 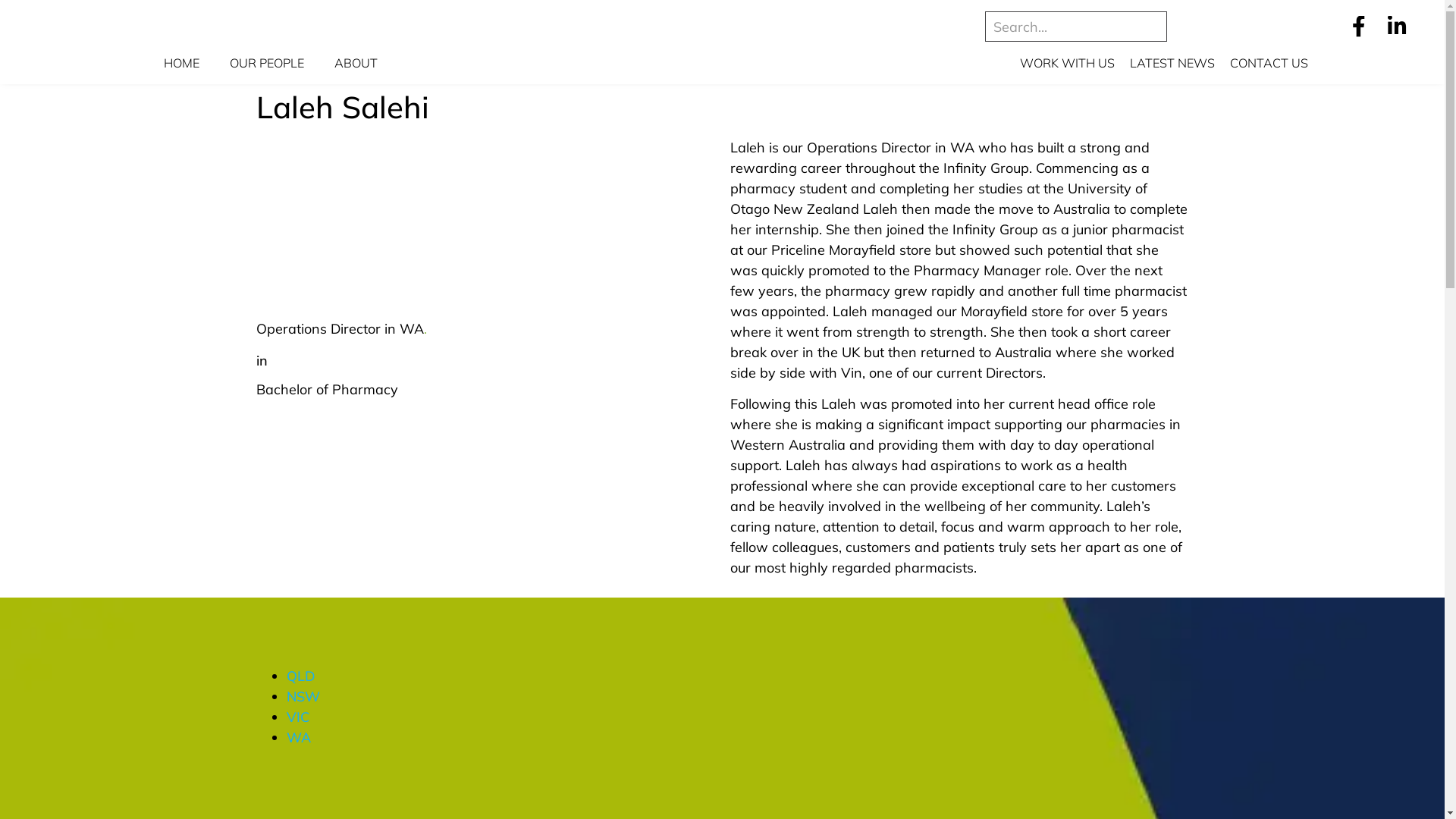 What do you see at coordinates (1171, 62) in the screenshot?
I see `'LATEST NEWS'` at bounding box center [1171, 62].